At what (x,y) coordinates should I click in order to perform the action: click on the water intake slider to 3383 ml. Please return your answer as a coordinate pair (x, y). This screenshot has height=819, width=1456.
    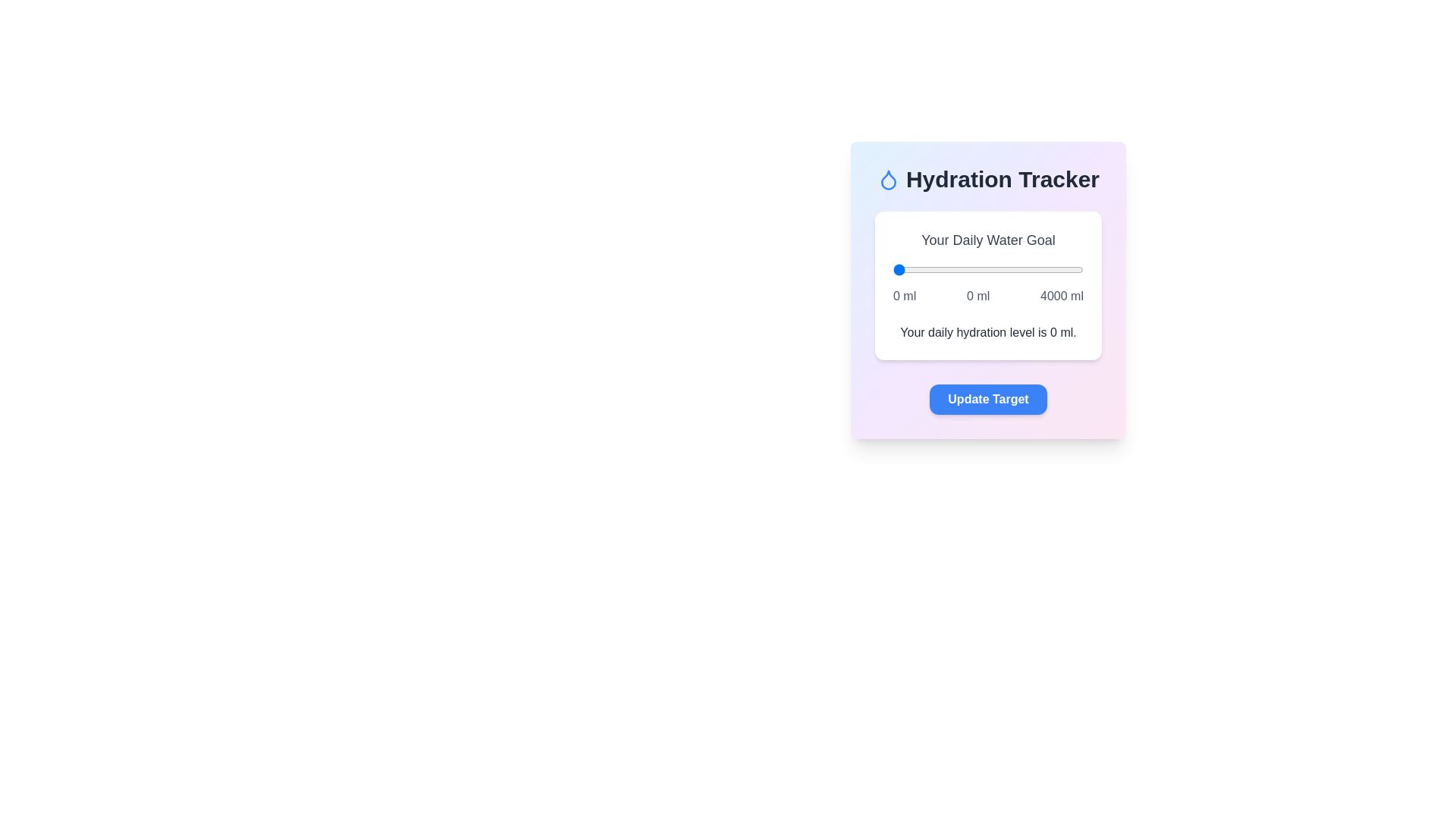
    Looking at the image, I should click on (1053, 268).